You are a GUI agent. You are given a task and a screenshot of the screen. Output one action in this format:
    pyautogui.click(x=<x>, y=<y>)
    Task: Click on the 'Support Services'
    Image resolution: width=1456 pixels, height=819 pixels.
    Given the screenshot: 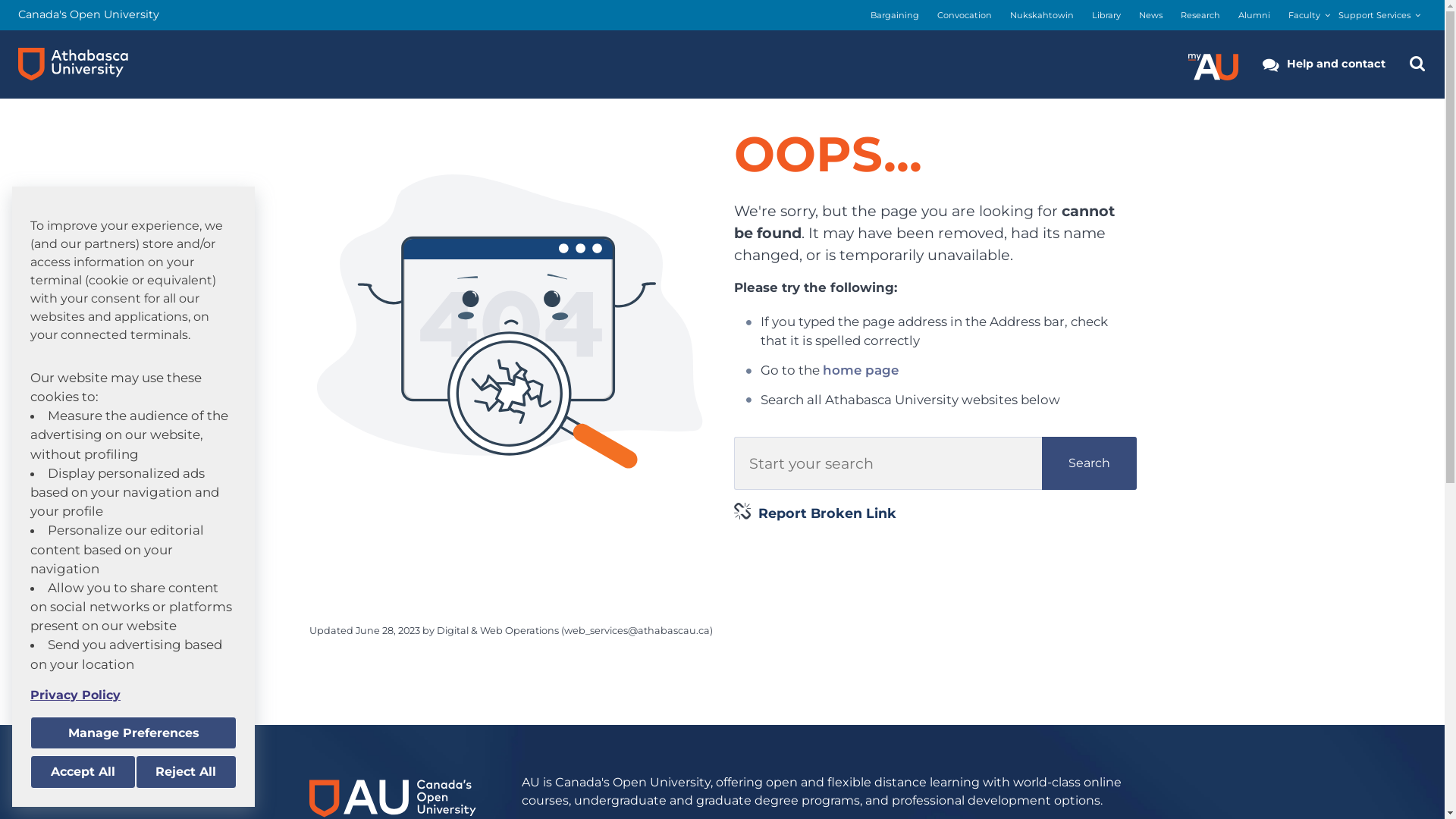 What is the action you would take?
    pyautogui.click(x=1374, y=15)
    